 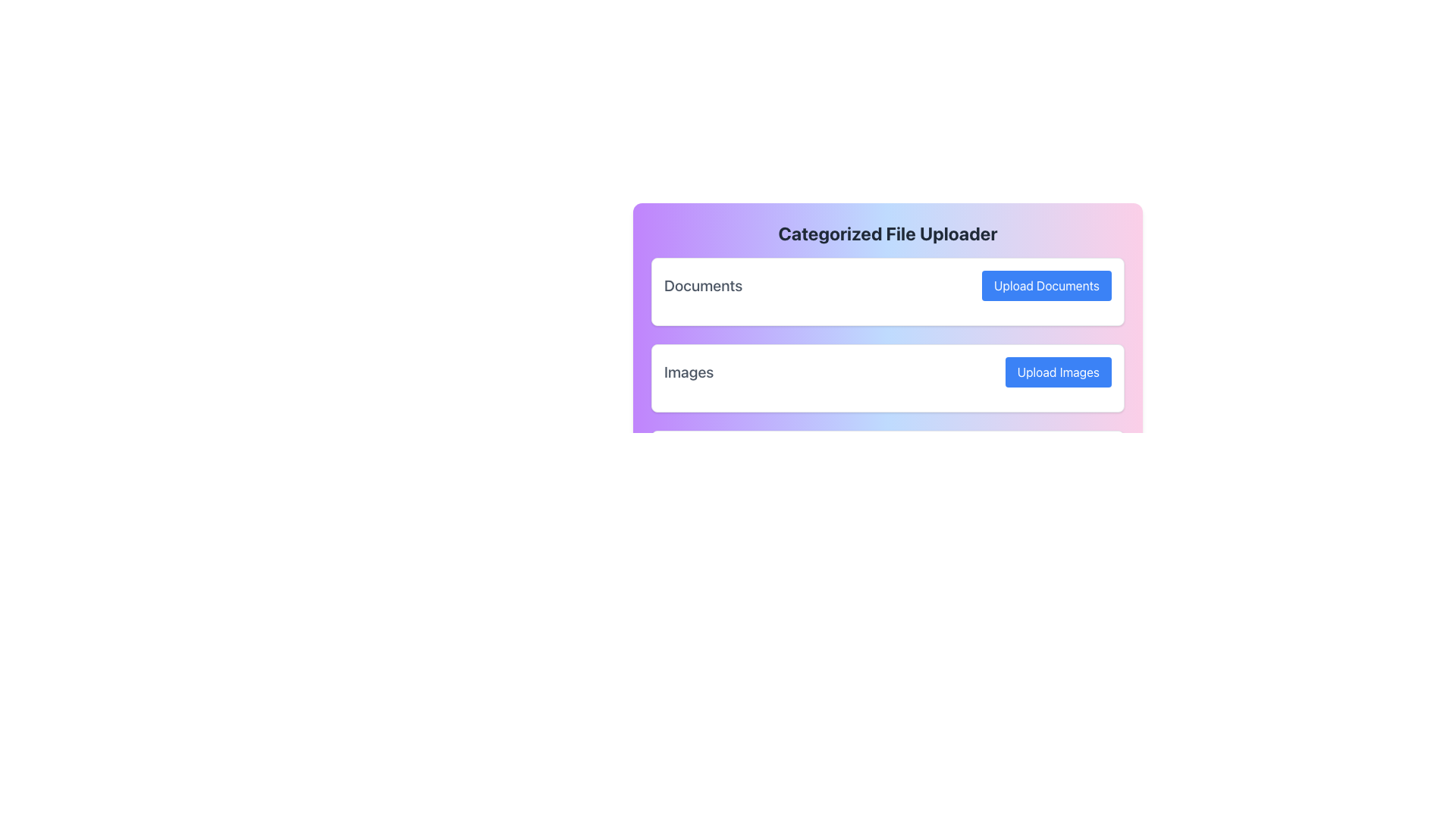 What do you see at coordinates (888, 286) in the screenshot?
I see `the 'Upload Documents' button located within the white rounded box at the top of the page` at bounding box center [888, 286].